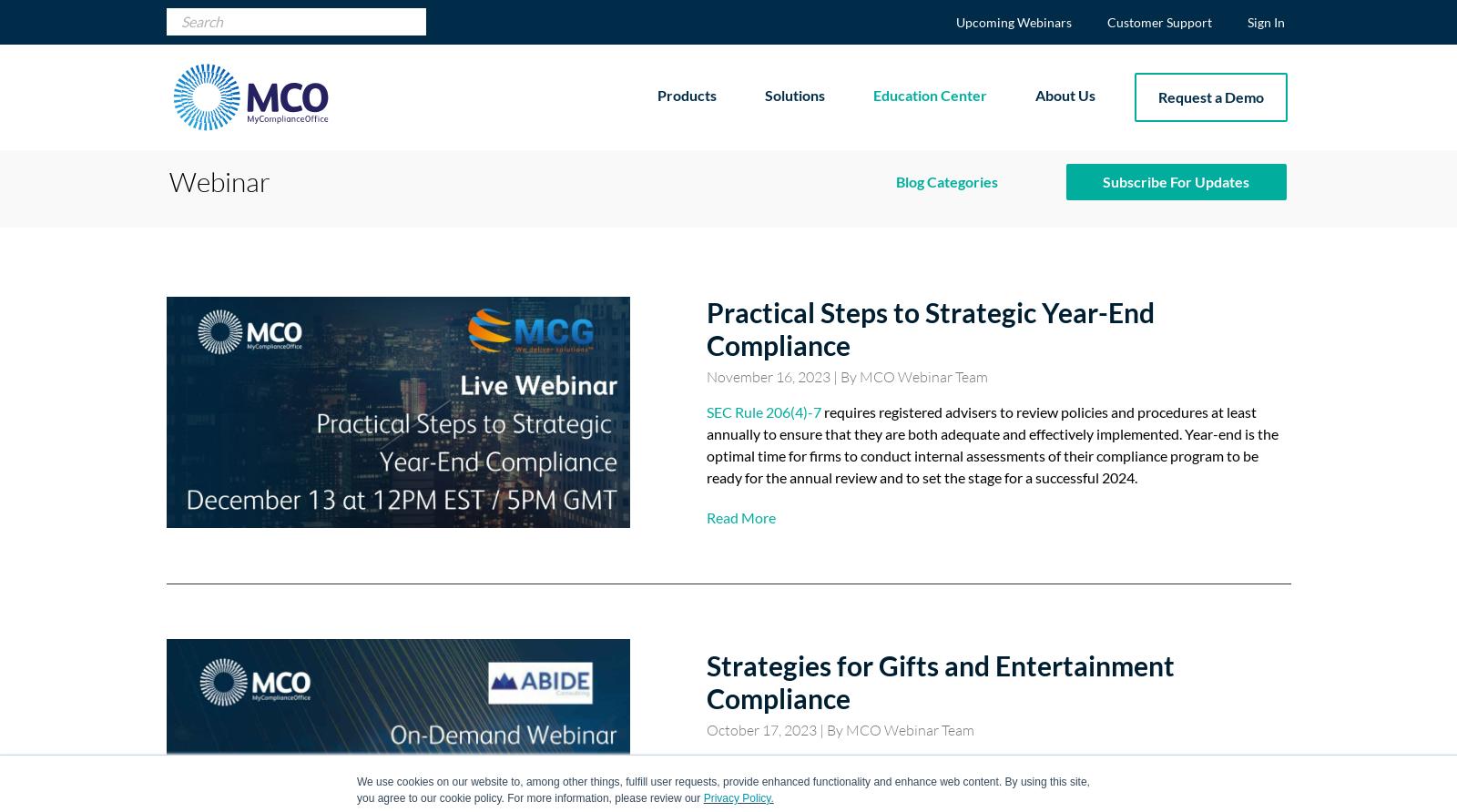 This screenshot has width=1457, height=812. What do you see at coordinates (933, 594) in the screenshot?
I see `'Regulatory Compliance Management'` at bounding box center [933, 594].